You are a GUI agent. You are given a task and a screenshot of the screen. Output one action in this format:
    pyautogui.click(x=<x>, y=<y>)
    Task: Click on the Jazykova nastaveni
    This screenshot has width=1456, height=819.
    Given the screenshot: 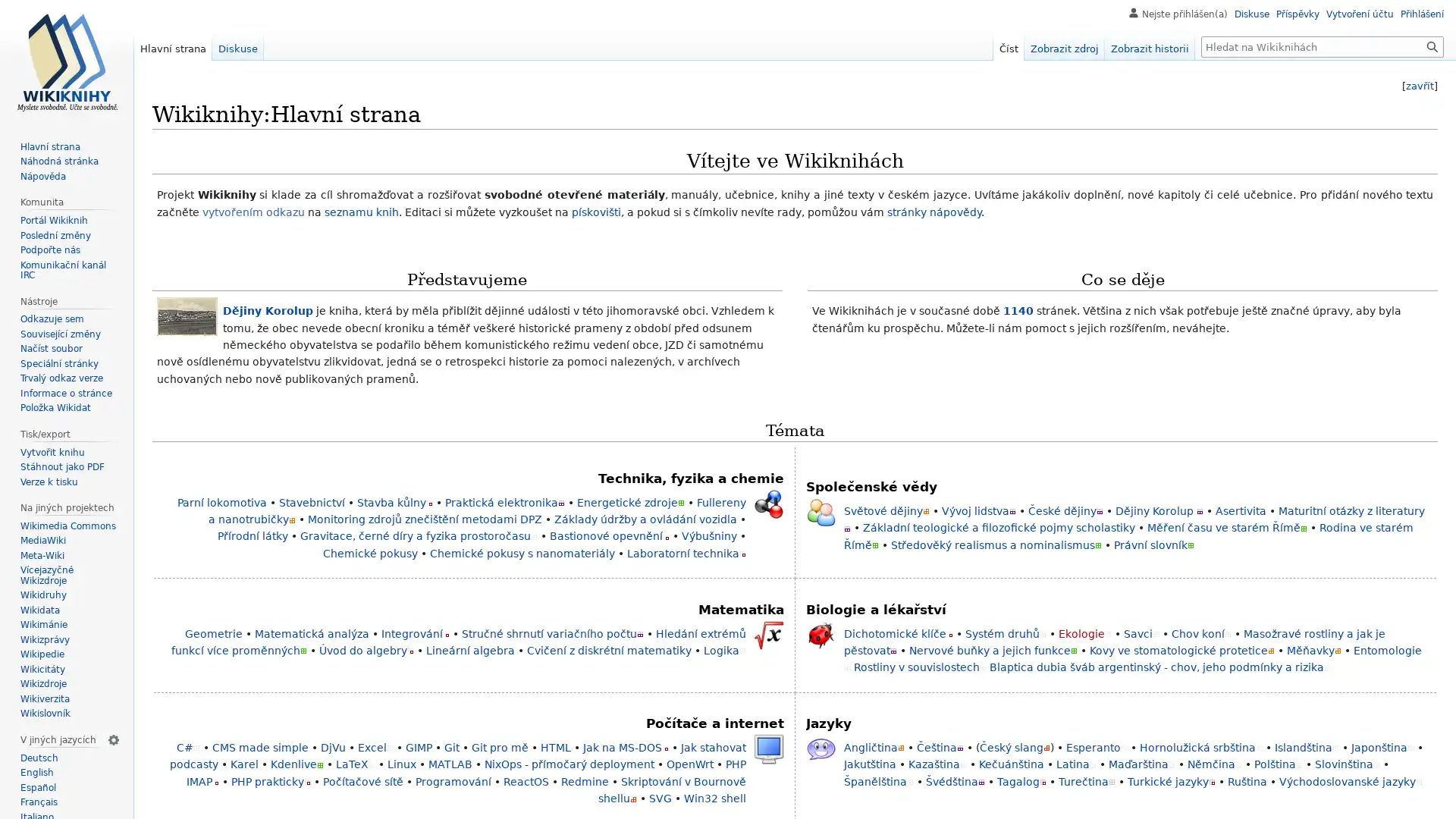 What is the action you would take?
    pyautogui.click(x=112, y=739)
    